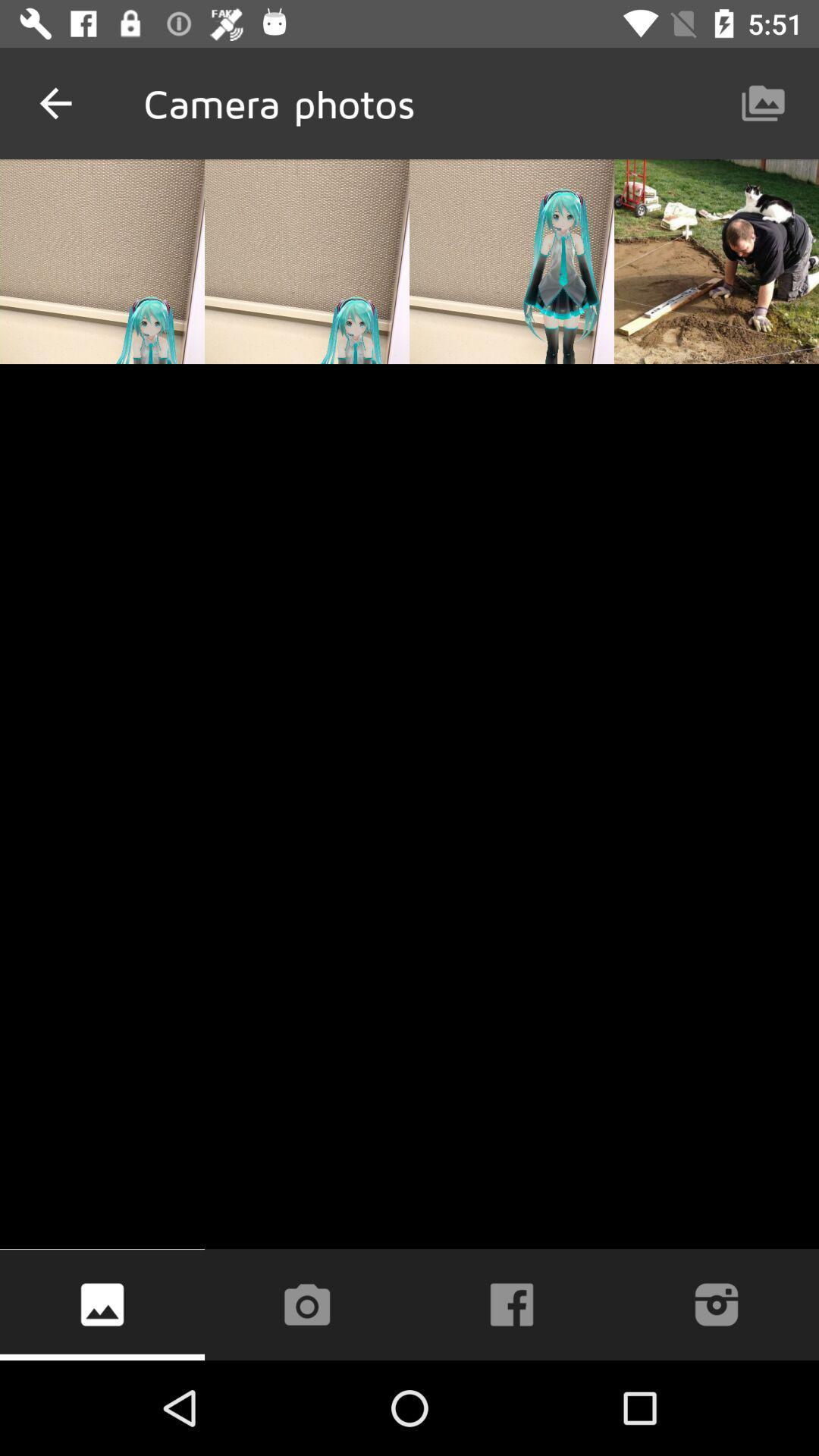  Describe the element at coordinates (717, 1304) in the screenshot. I see `open instagram` at that location.